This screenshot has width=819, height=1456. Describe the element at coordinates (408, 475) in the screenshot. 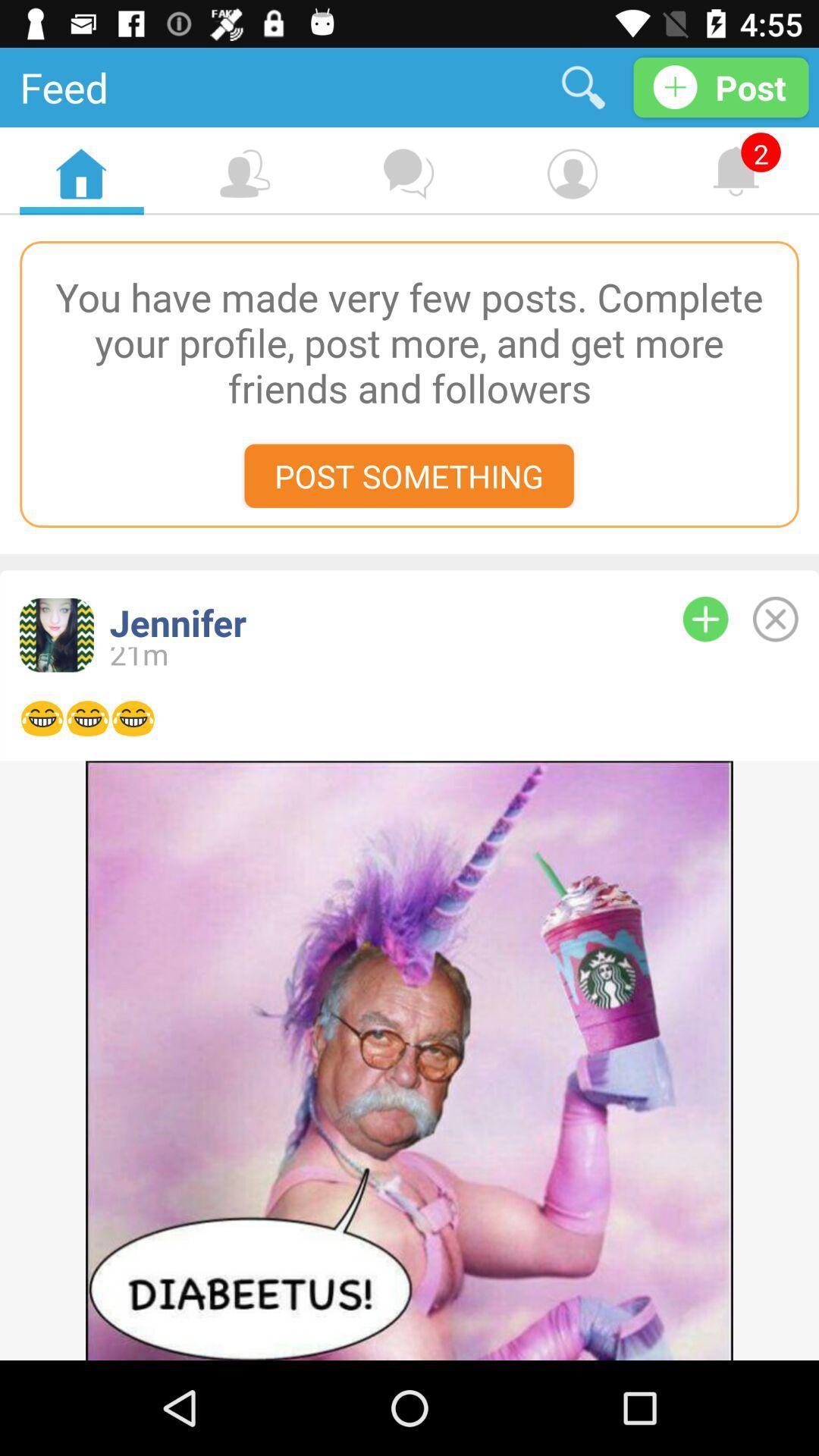

I see `the post something icon` at that location.